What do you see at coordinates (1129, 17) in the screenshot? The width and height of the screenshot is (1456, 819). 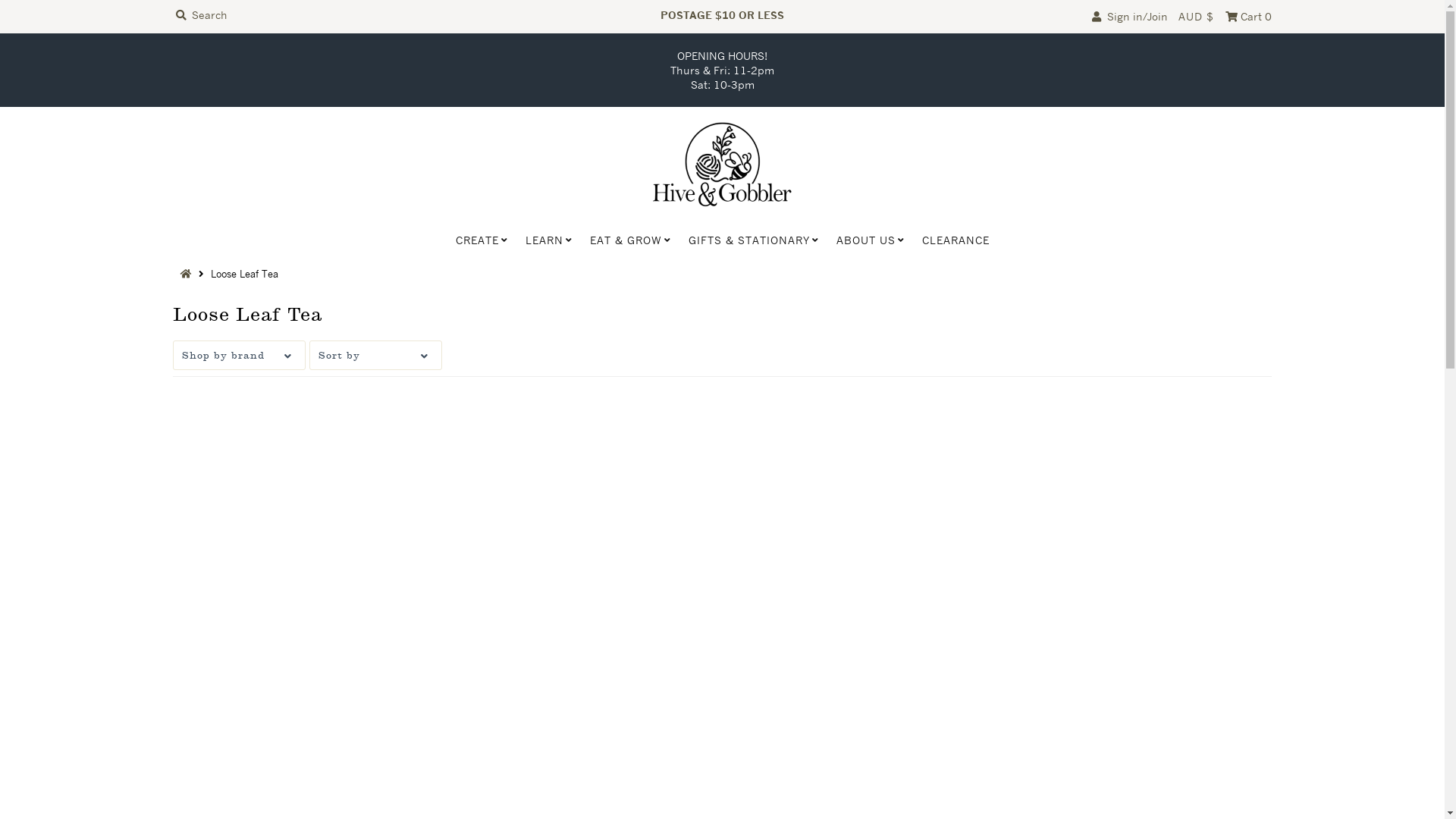 I see `'  Sign in/Join'` at bounding box center [1129, 17].